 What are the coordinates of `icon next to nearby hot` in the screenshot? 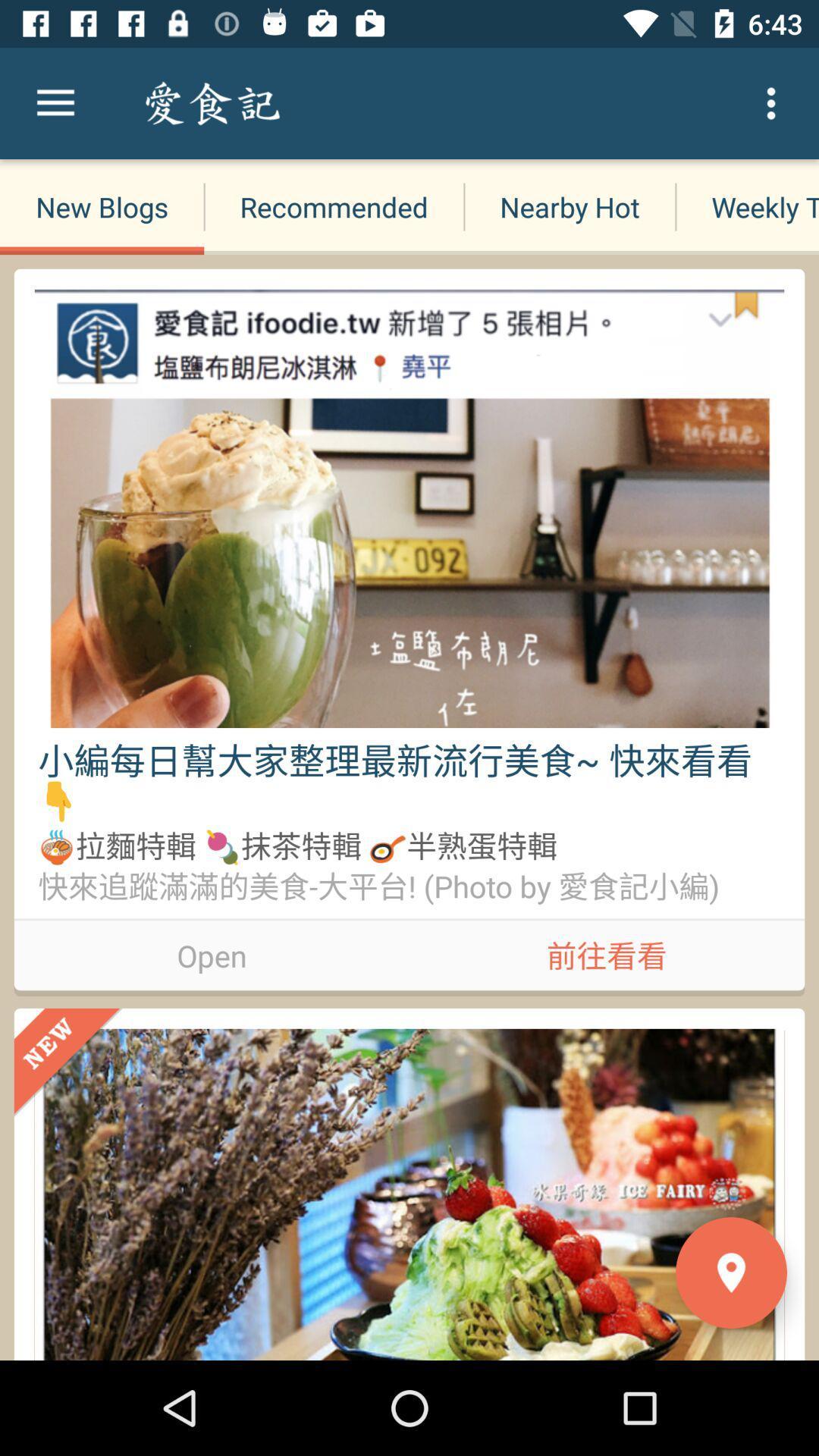 It's located at (746, 206).